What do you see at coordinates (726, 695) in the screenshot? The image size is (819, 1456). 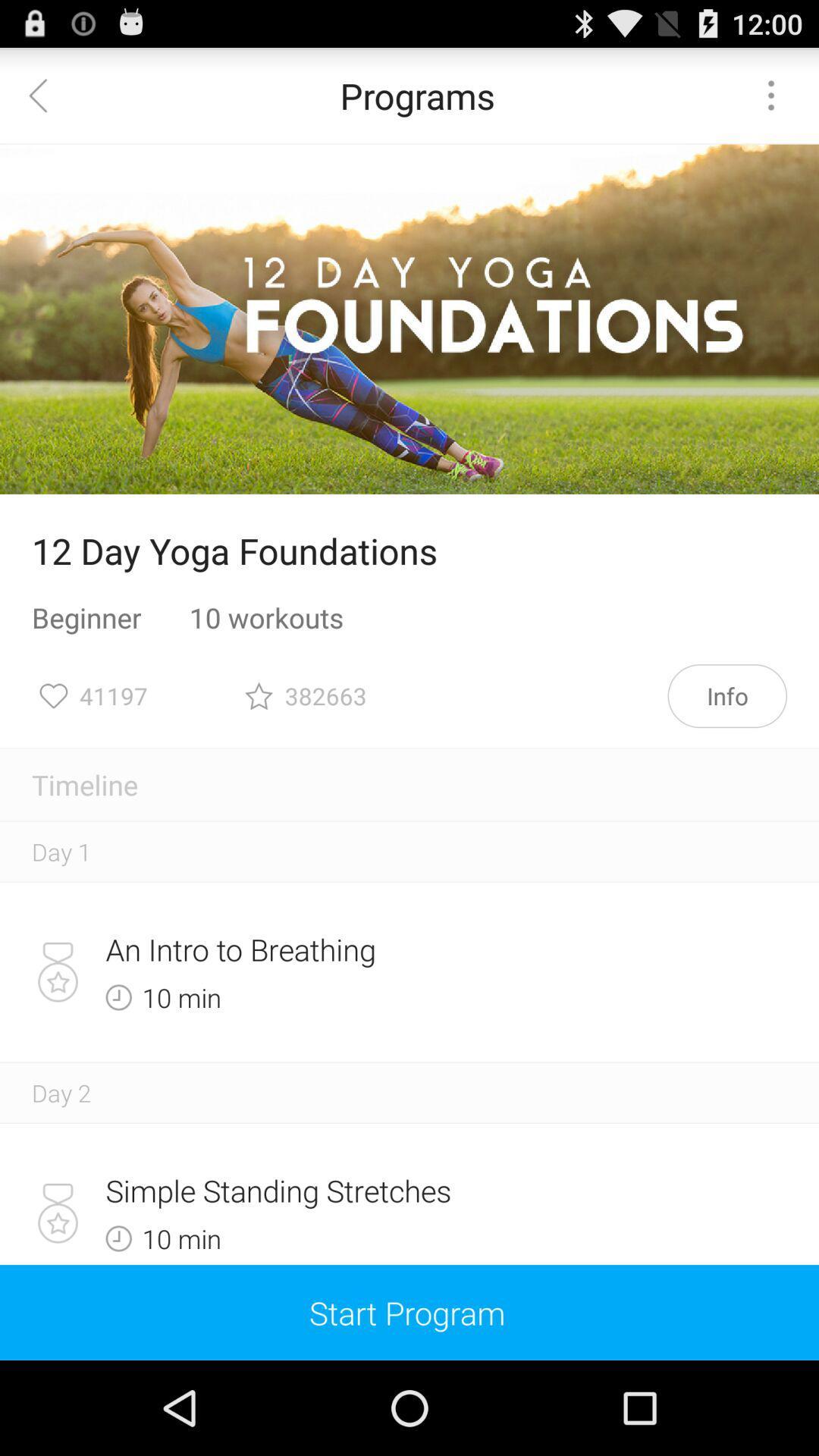 I see `the icon next to the 382663` at bounding box center [726, 695].